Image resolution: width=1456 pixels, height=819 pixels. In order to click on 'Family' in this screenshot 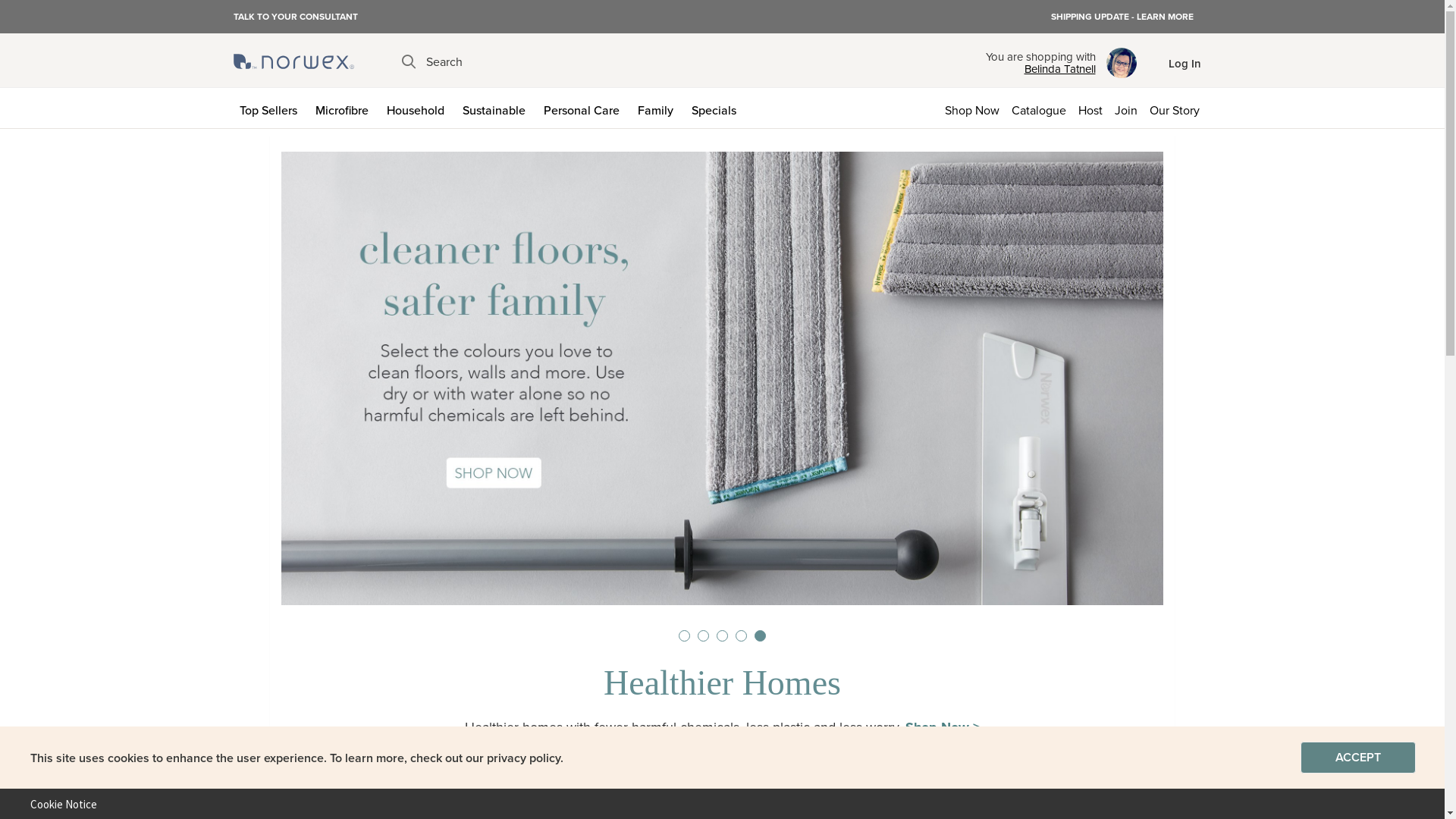, I will do `click(657, 107)`.